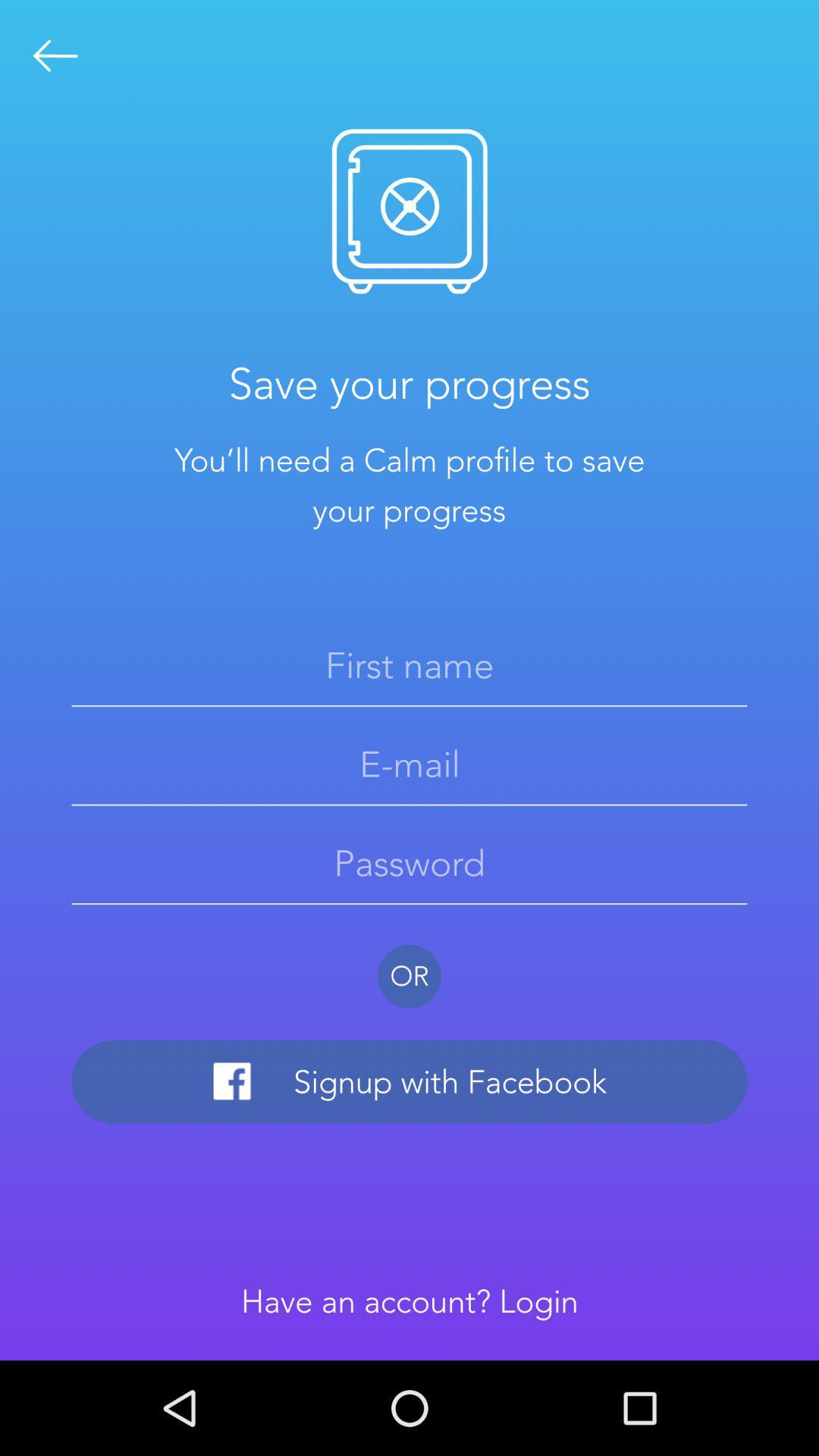 Image resolution: width=819 pixels, height=1456 pixels. What do you see at coordinates (409, 764) in the screenshot?
I see `e-mail line` at bounding box center [409, 764].